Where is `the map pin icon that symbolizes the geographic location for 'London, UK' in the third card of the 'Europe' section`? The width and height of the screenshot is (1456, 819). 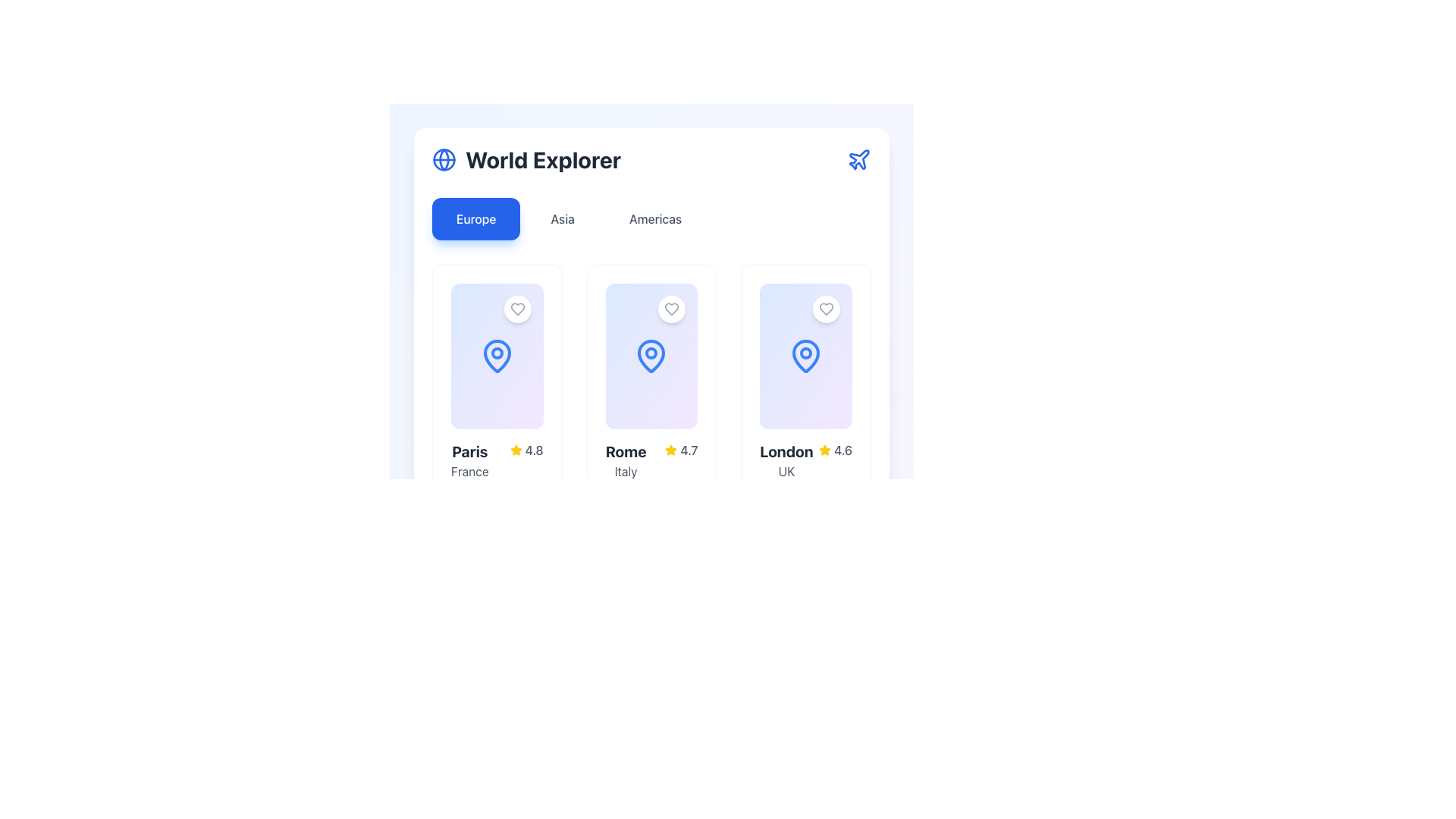 the map pin icon that symbolizes the geographic location for 'London, UK' in the third card of the 'Europe' section is located at coordinates (805, 356).